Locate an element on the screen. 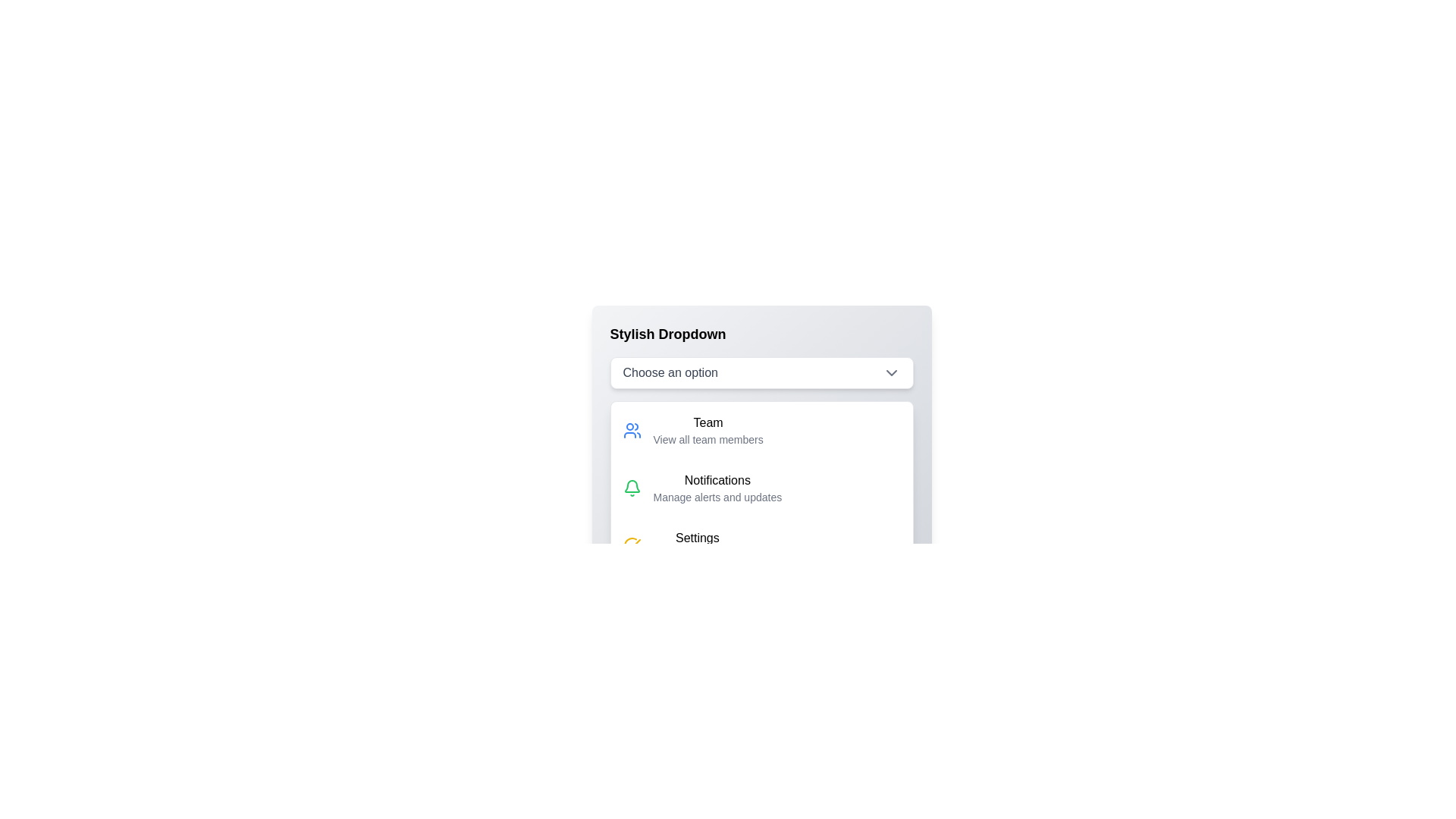 Image resolution: width=1456 pixels, height=819 pixels. the 'Team' text label, which is a bold, medium-sized font element prominently placed next to a team icon within the 'Stylish Dropdown' menu is located at coordinates (708, 423).